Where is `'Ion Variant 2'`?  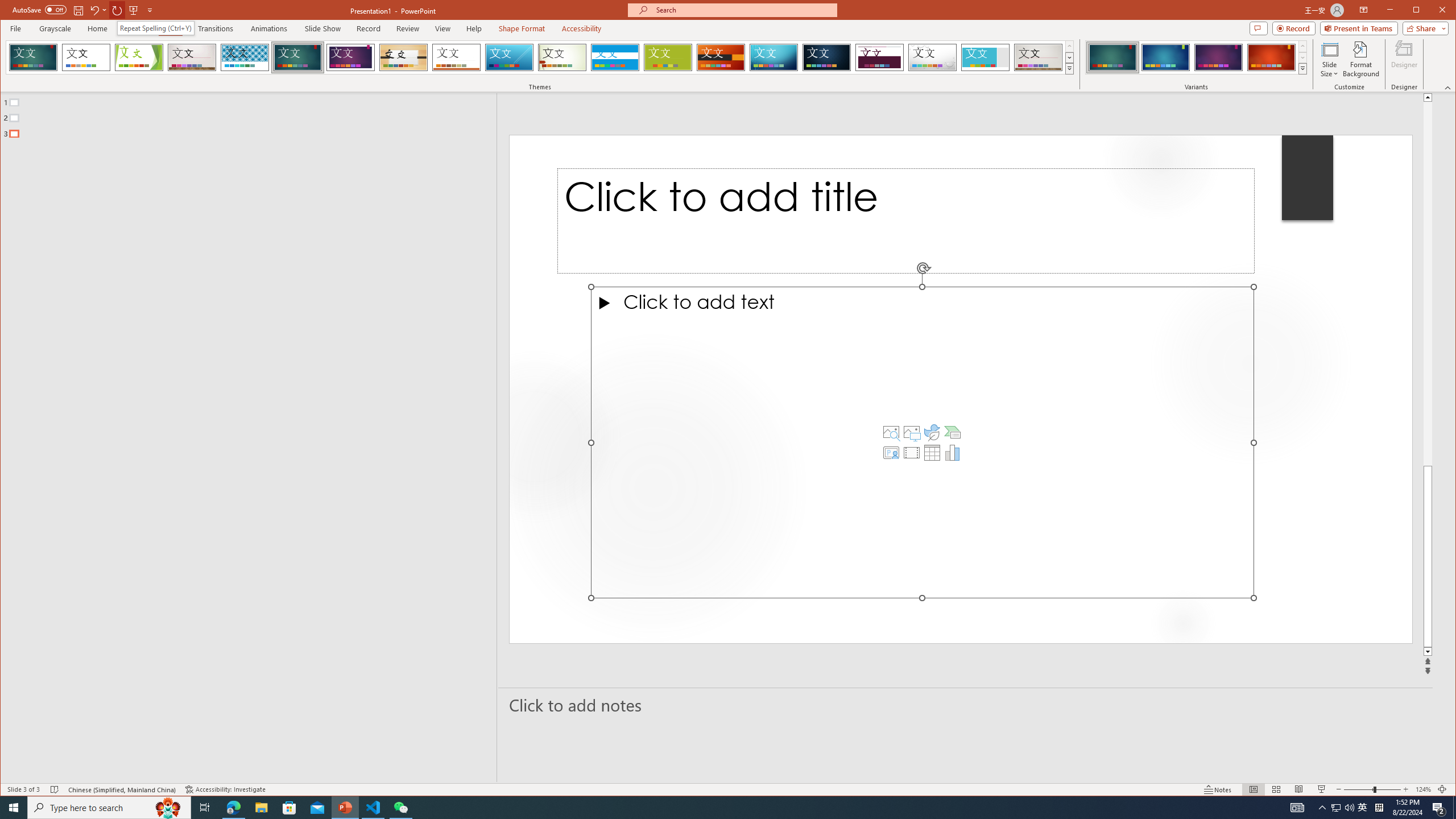
'Ion Variant 2' is located at coordinates (1165, 57).